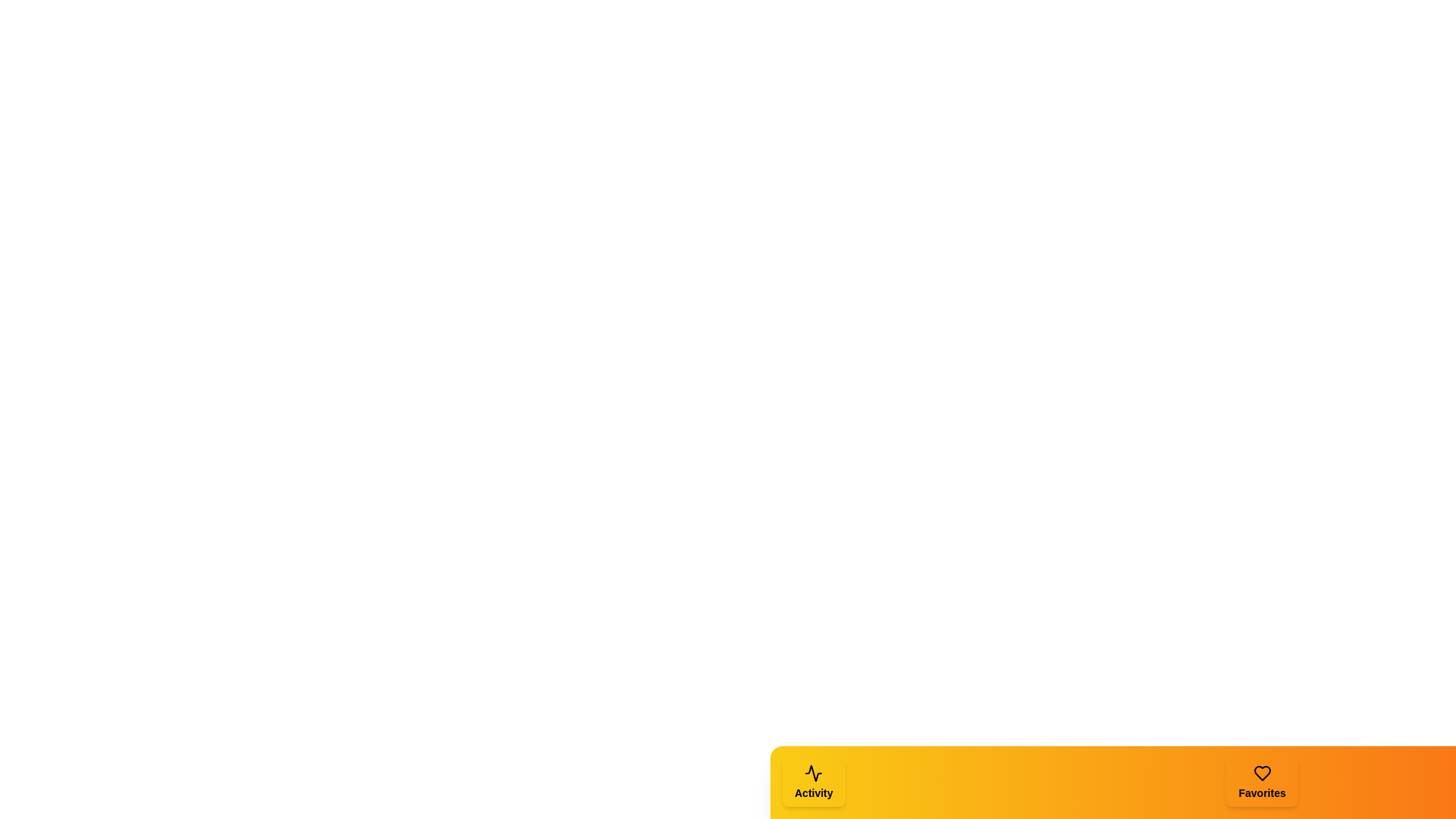  I want to click on the 'Activity' tab to see its hover effect, so click(813, 783).